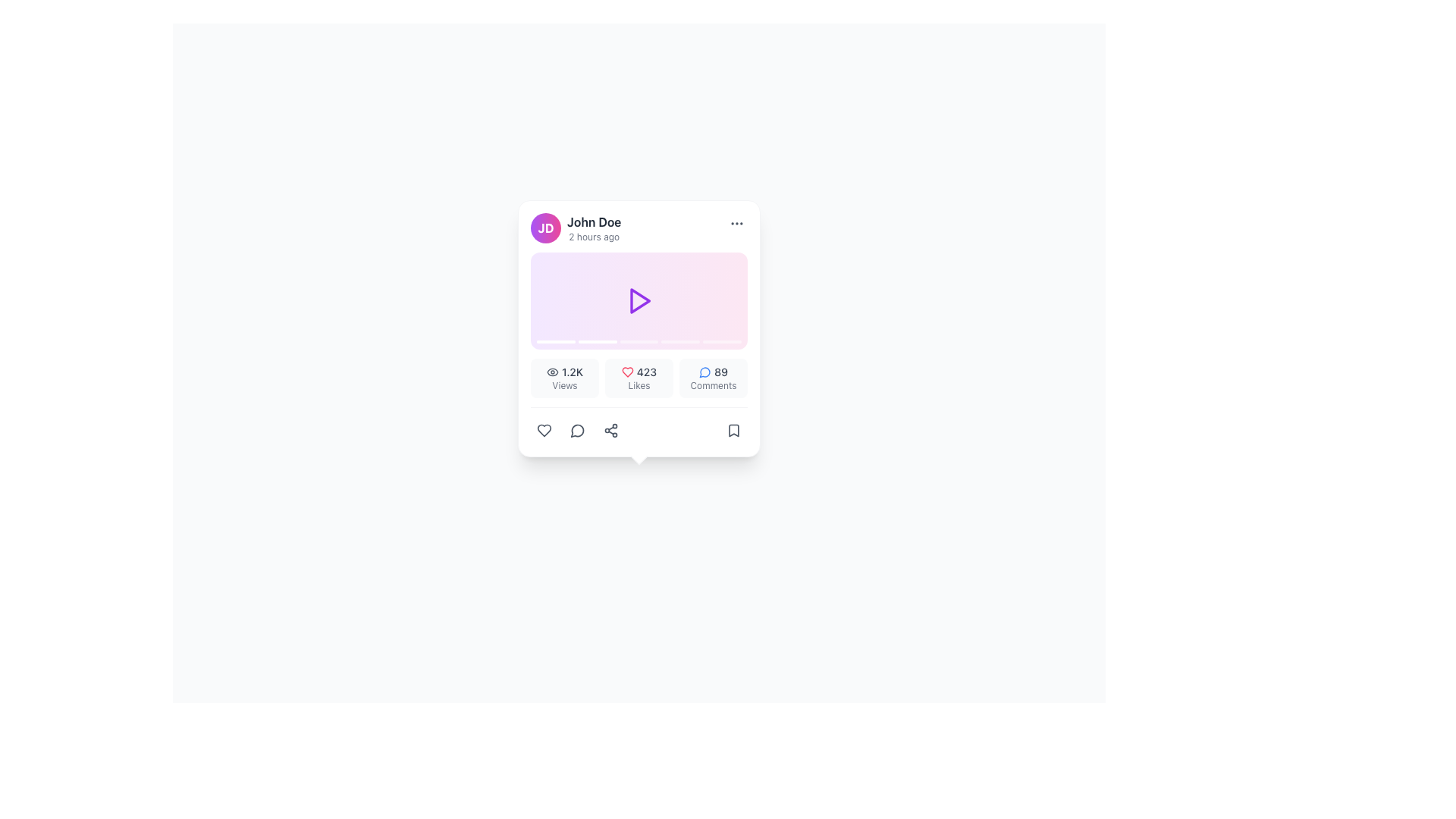 The width and height of the screenshot is (1456, 819). What do you see at coordinates (712, 385) in the screenshot?
I see `the descriptive label for the comments section located directly beneath the numeric text '89' and to the right of a small speech bubble icon` at bounding box center [712, 385].